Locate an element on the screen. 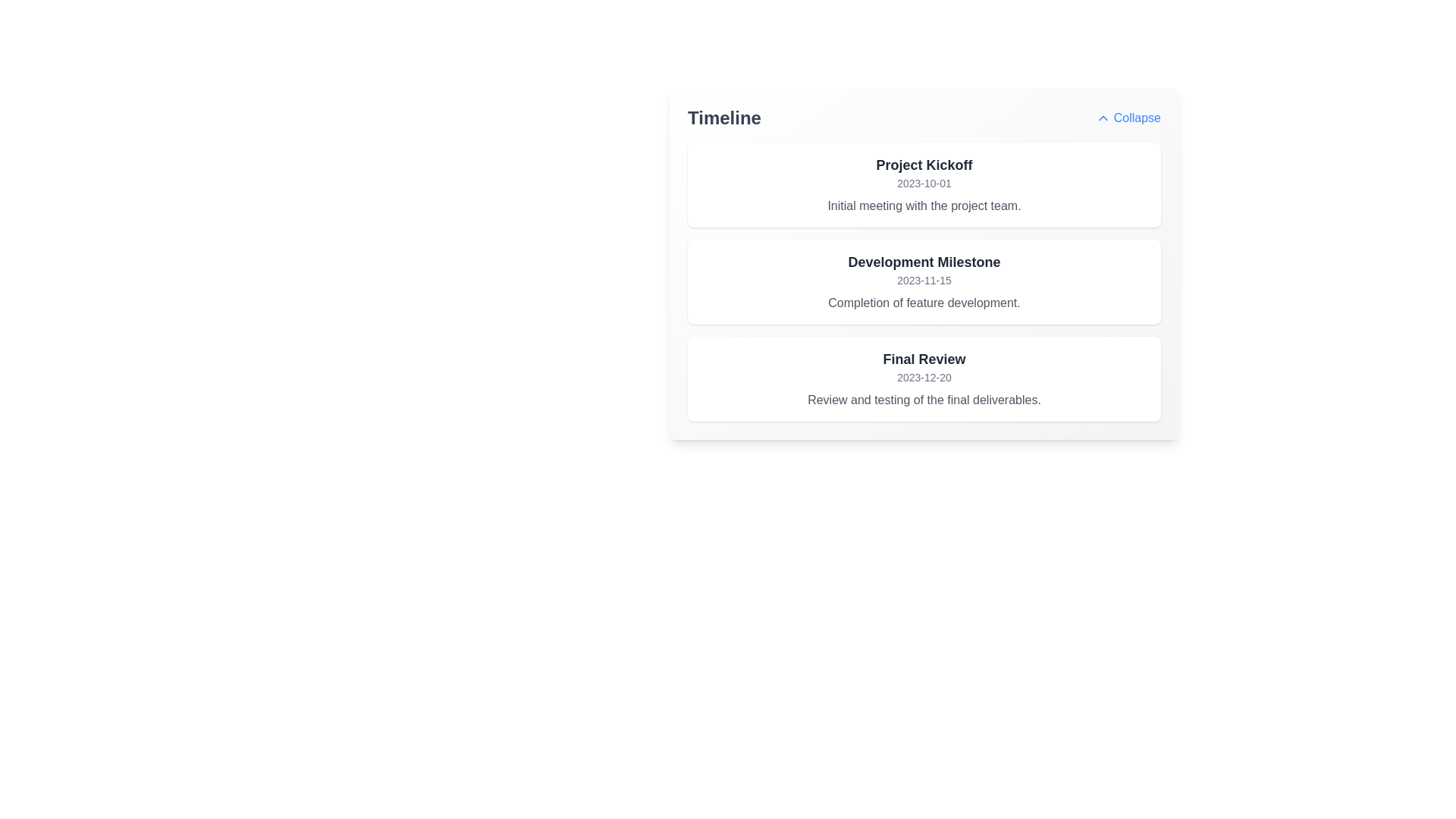 The width and height of the screenshot is (1456, 819). the date label indicating the scheduled completion within the 'Development Milestone' card, positioned between the title and description text is located at coordinates (924, 281).